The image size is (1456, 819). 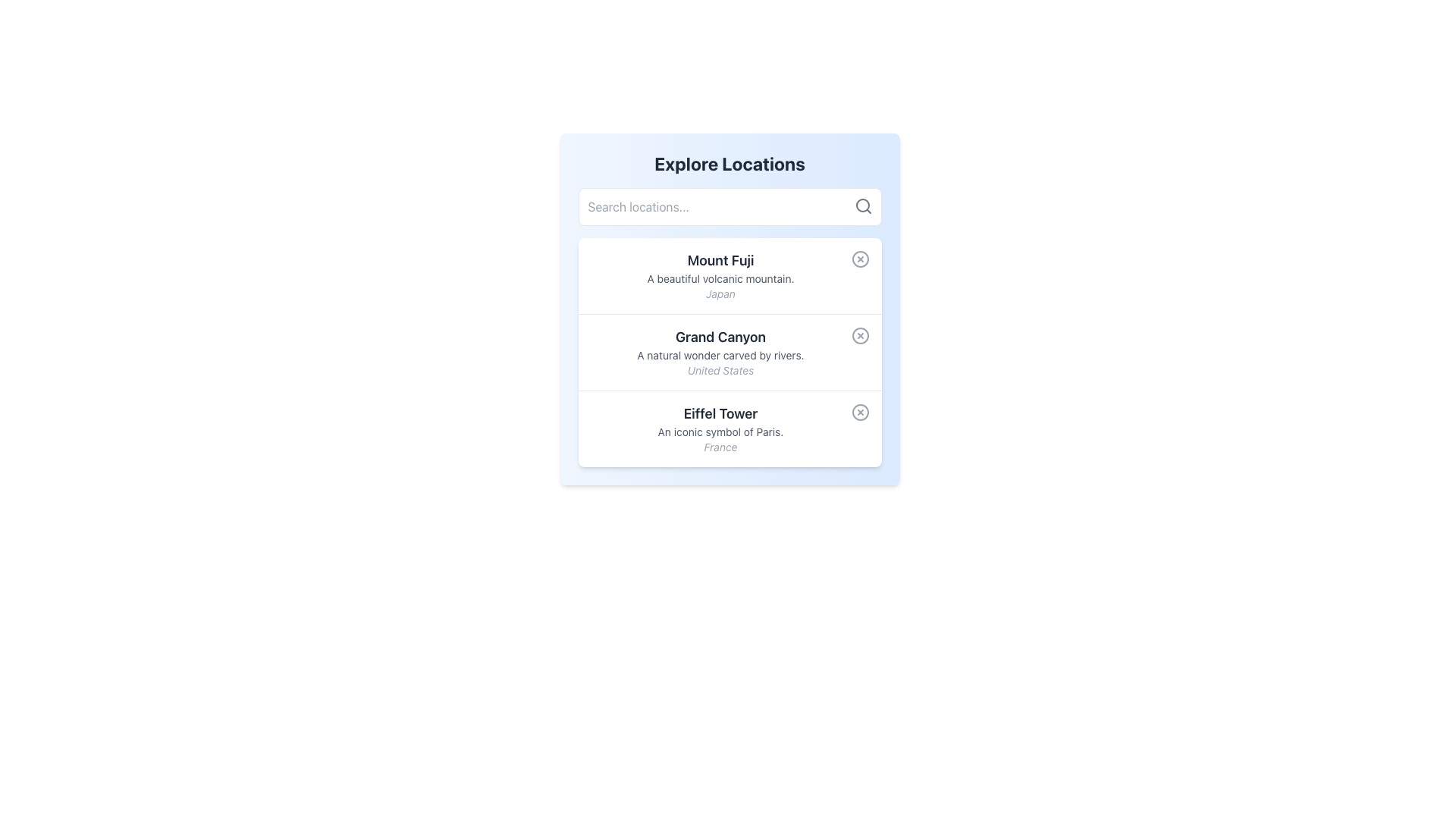 I want to click on the Informational Card, so click(x=730, y=309).